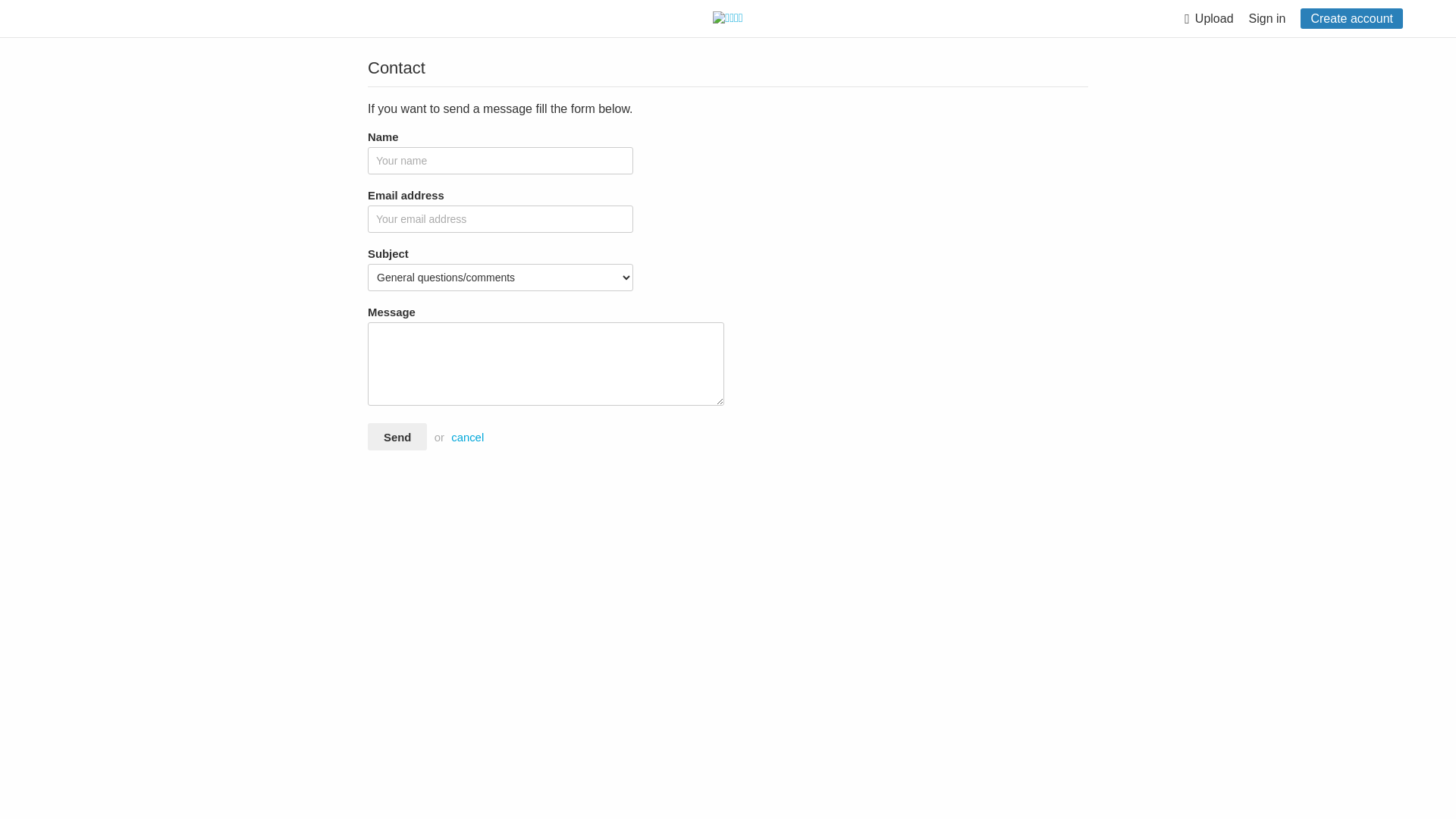 This screenshot has height=819, width=1456. Describe the element at coordinates (397, 436) in the screenshot. I see `'Send'` at that location.